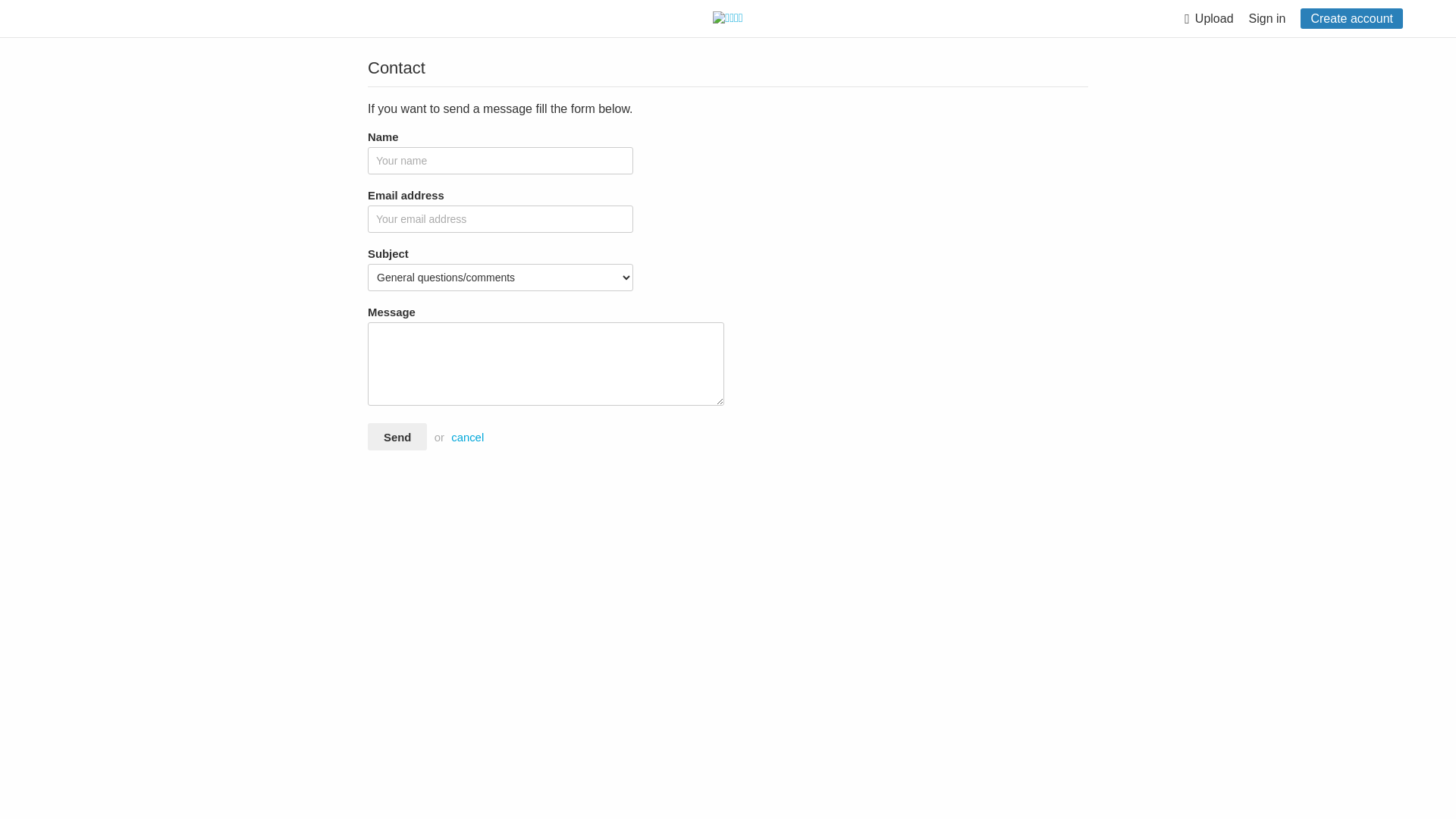 This screenshot has height=819, width=1456. Describe the element at coordinates (397, 436) in the screenshot. I see `'Send'` at that location.